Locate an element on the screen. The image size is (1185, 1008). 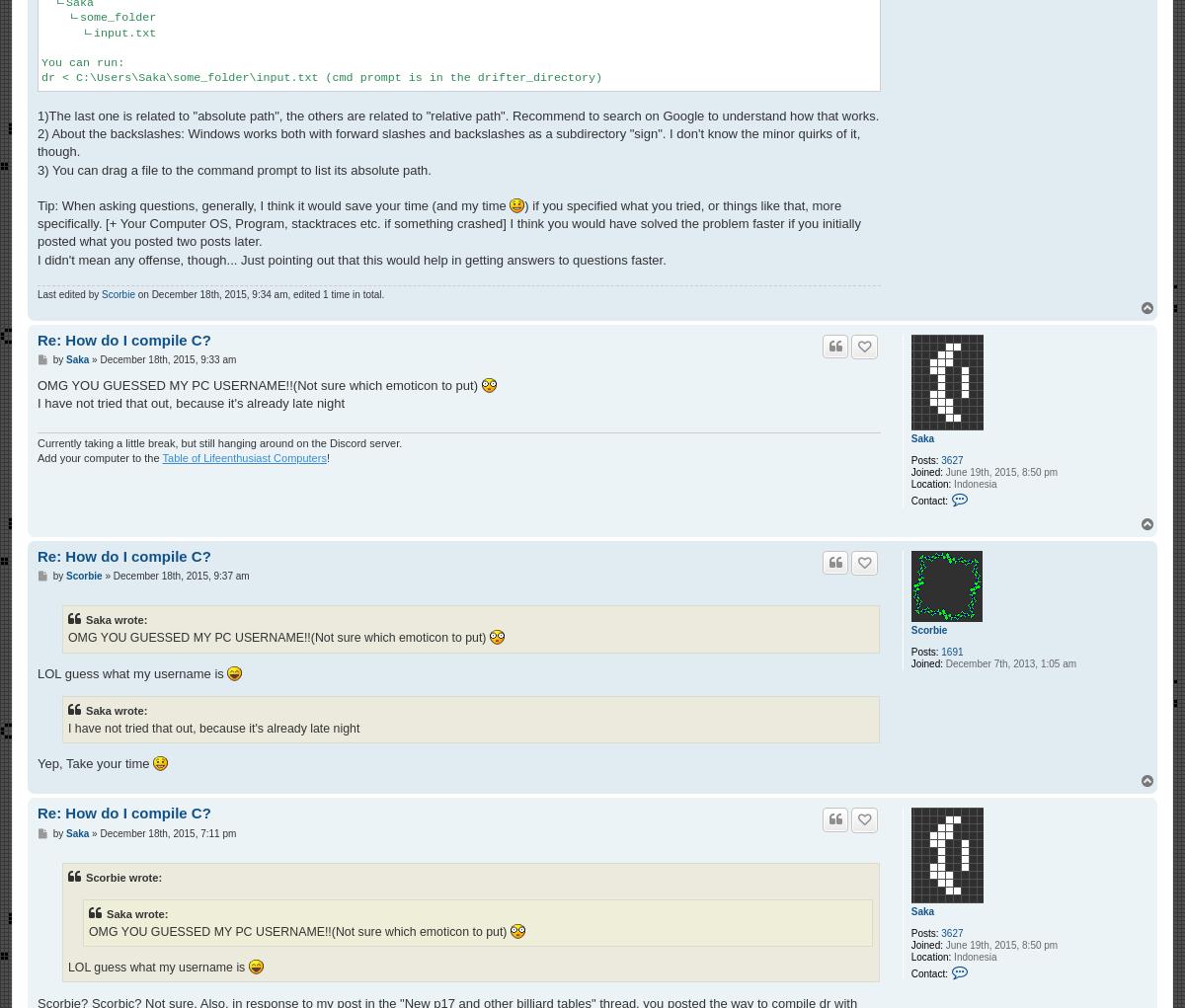
'on December 18th, 2015, 9:34 am, edited 1 time in total.' is located at coordinates (258, 293).